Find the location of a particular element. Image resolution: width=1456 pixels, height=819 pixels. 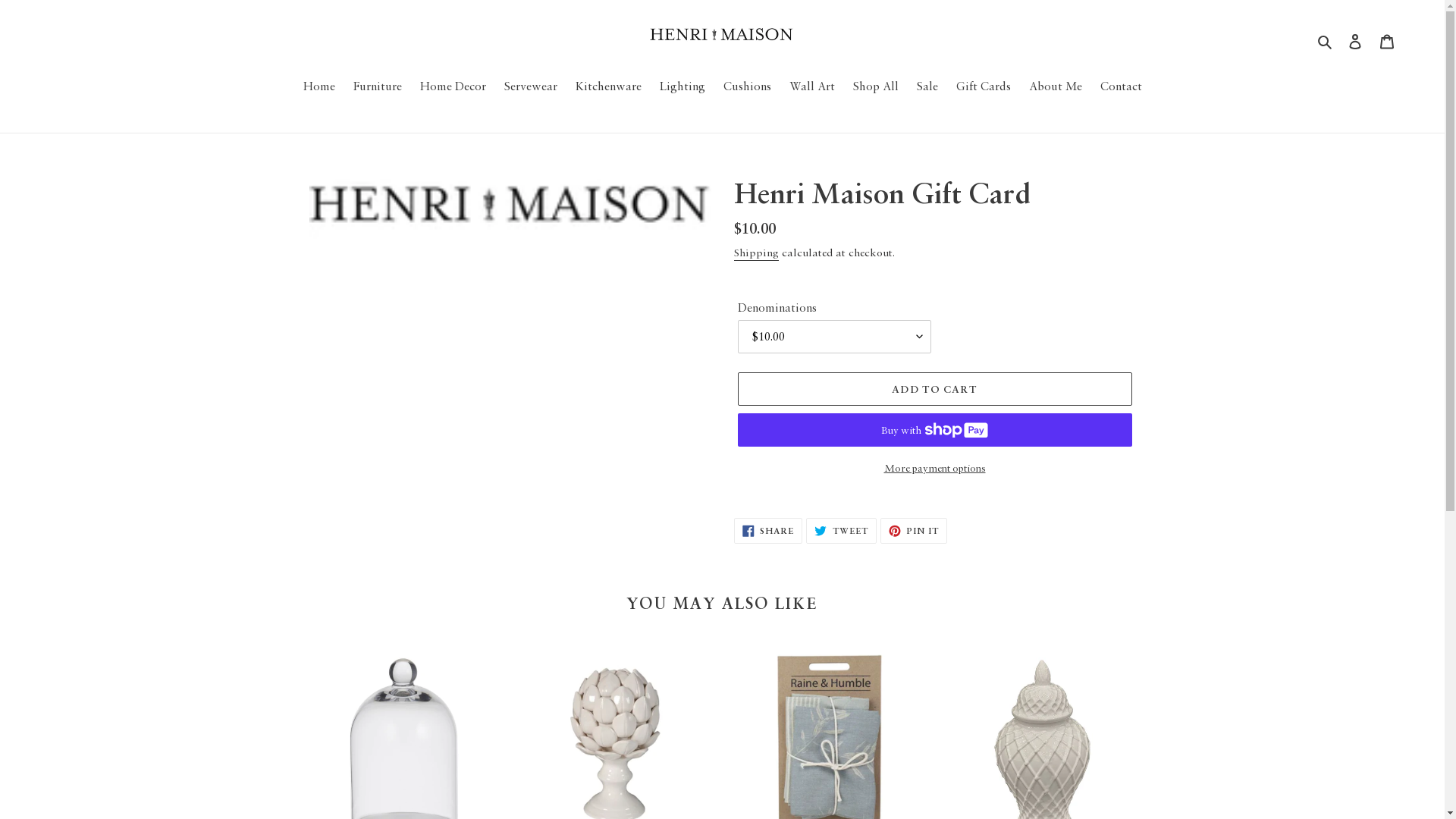

'ADD TO CART' is located at coordinates (934, 388).